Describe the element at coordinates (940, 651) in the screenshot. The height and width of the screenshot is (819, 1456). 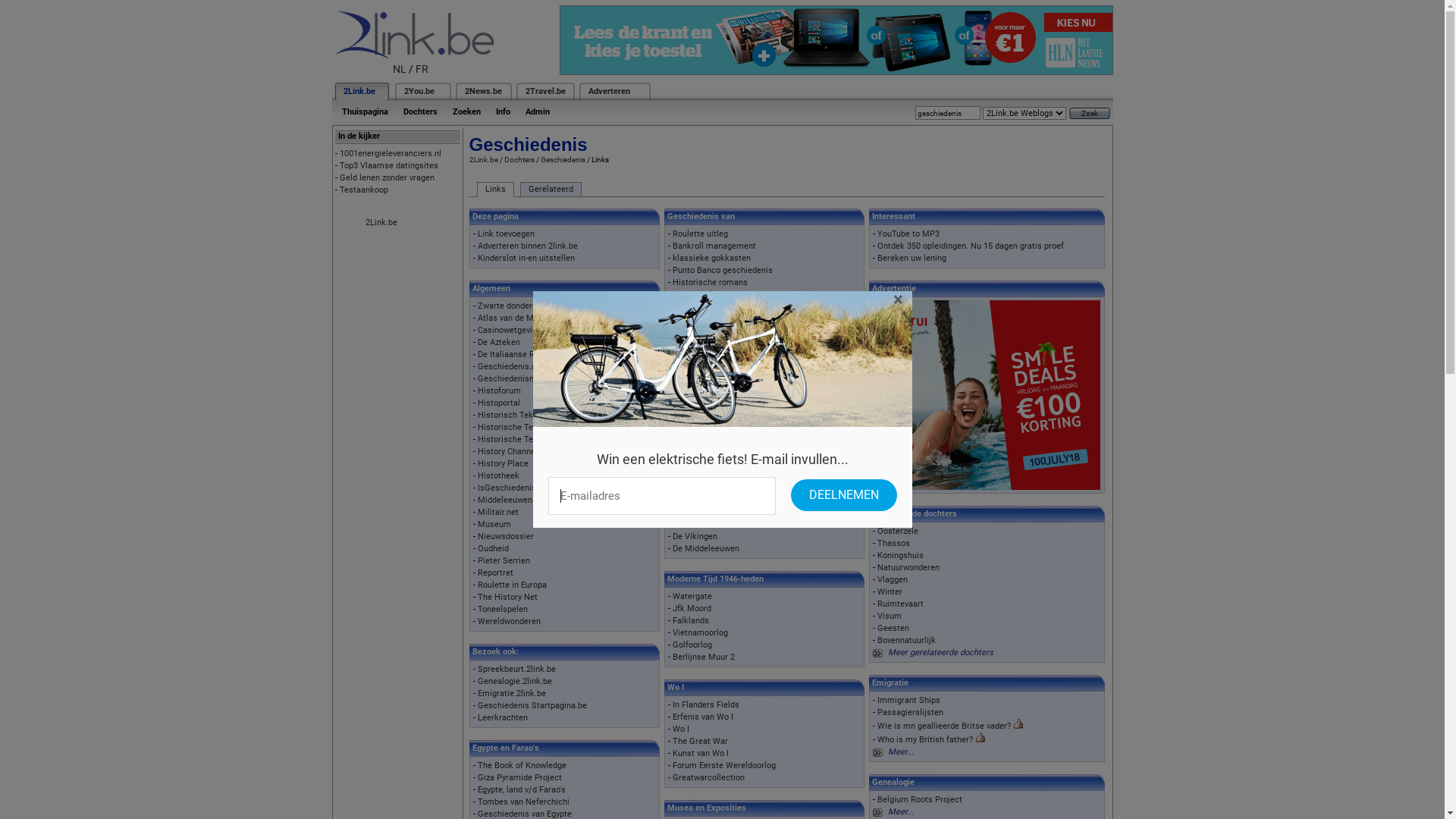
I see `'Meer gerelateerde dochters'` at that location.